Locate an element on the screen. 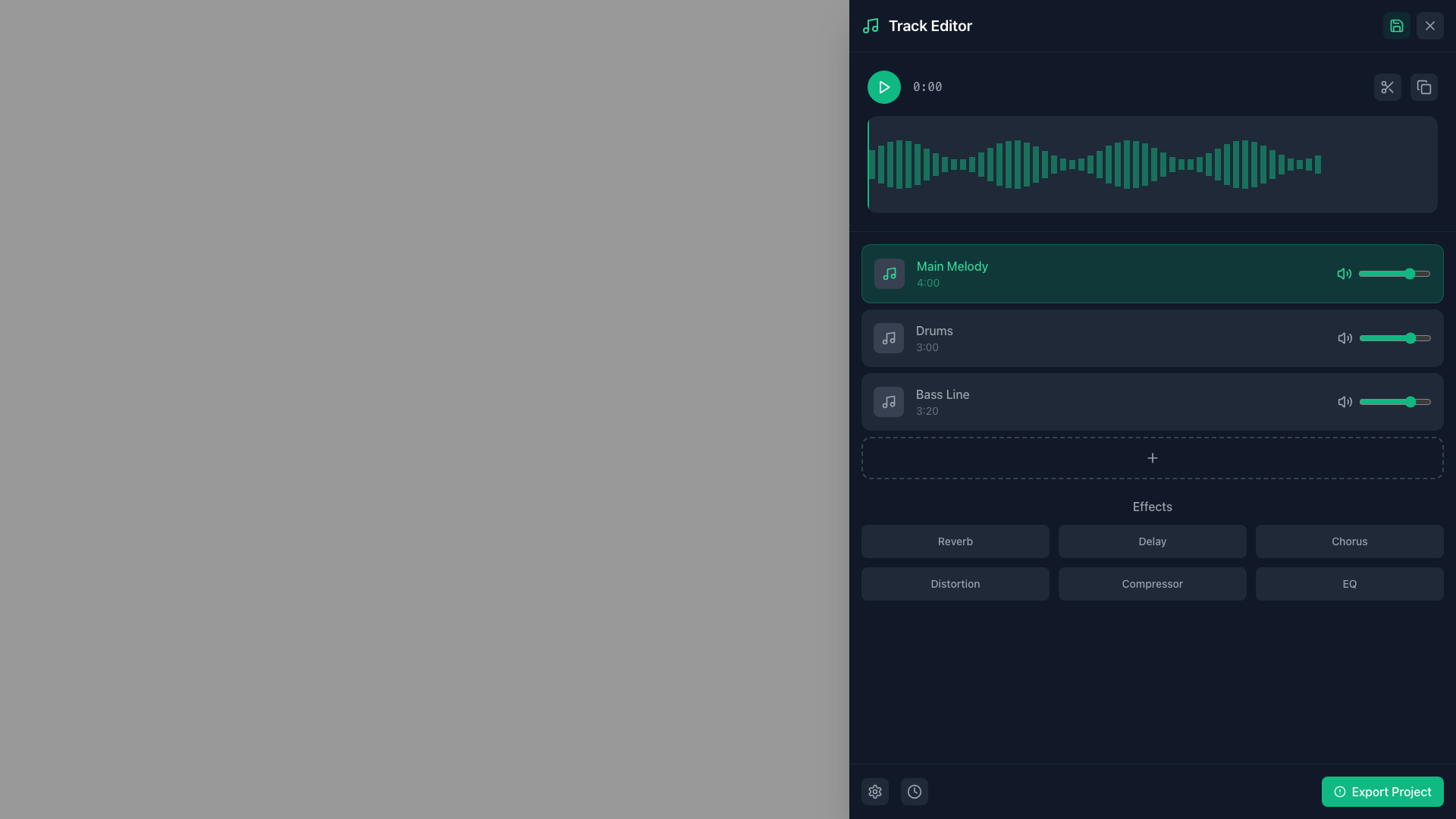 The image size is (1456, 819). the volume slider is located at coordinates (1387, 274).